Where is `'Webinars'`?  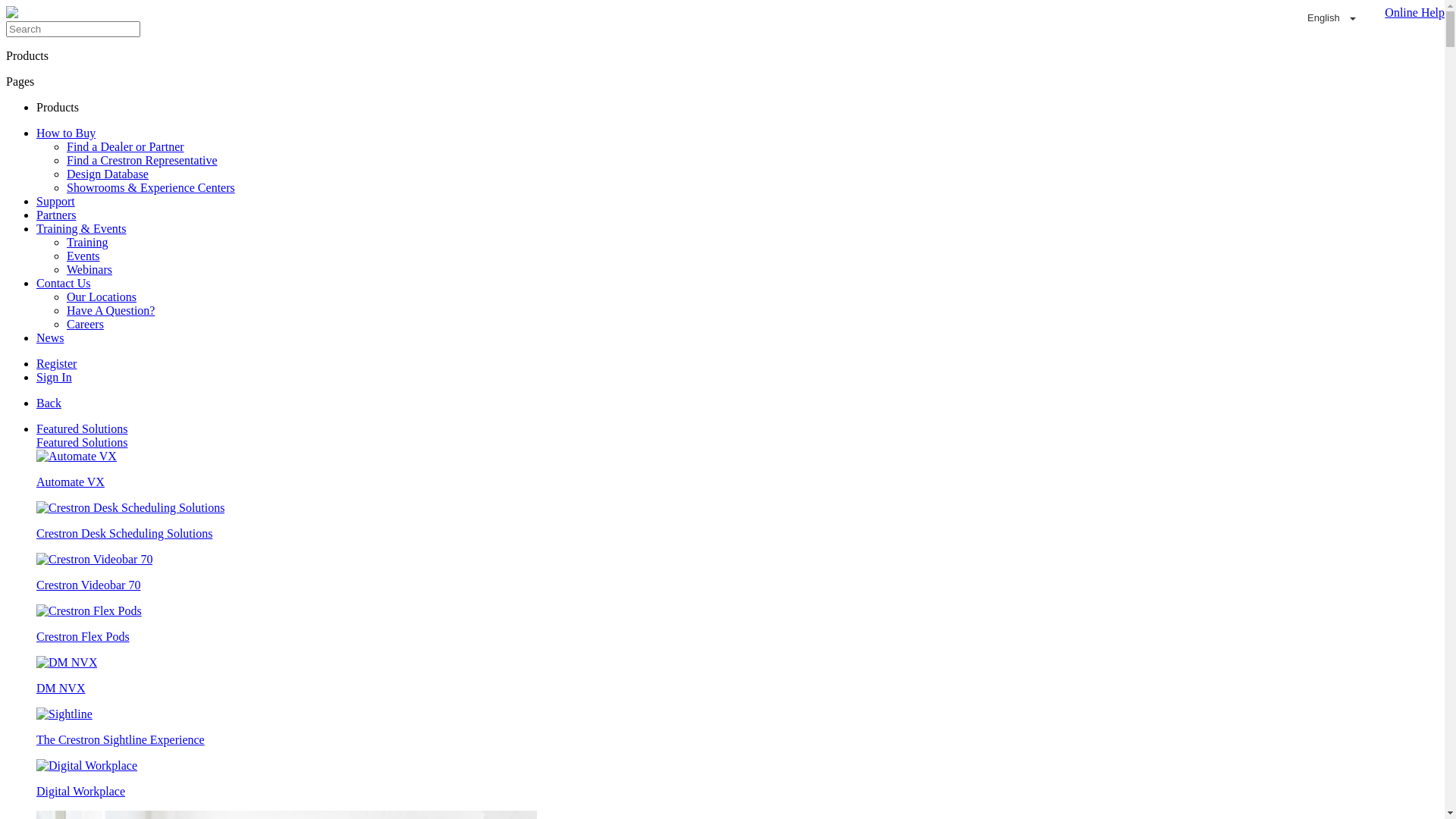
'Webinars' is located at coordinates (89, 268).